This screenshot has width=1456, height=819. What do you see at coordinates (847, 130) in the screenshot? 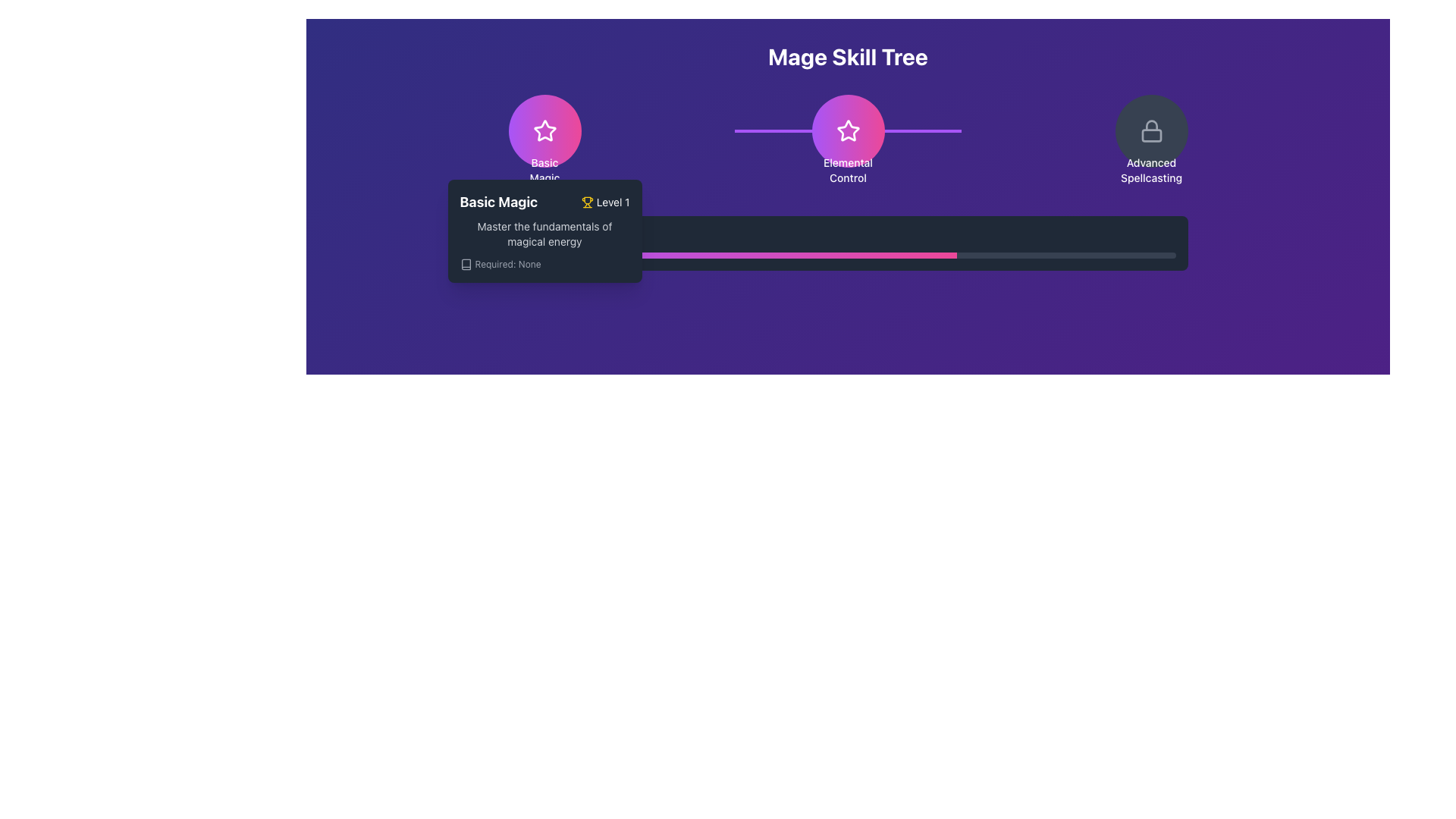
I see `the solid purple progress bar located centrally below the 'Mage Skill Tree' title and directly below the 'Elemental Control' circular node` at bounding box center [847, 130].